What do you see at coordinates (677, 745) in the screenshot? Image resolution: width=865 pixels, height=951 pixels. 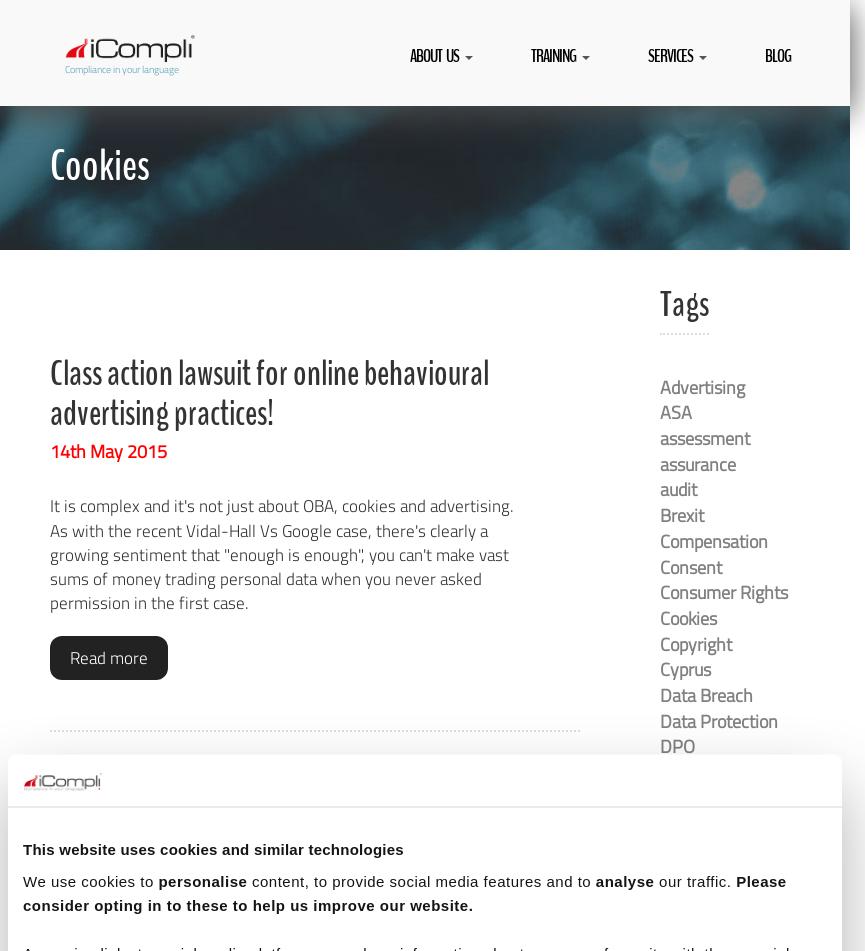 I see `'DPO'` at bounding box center [677, 745].